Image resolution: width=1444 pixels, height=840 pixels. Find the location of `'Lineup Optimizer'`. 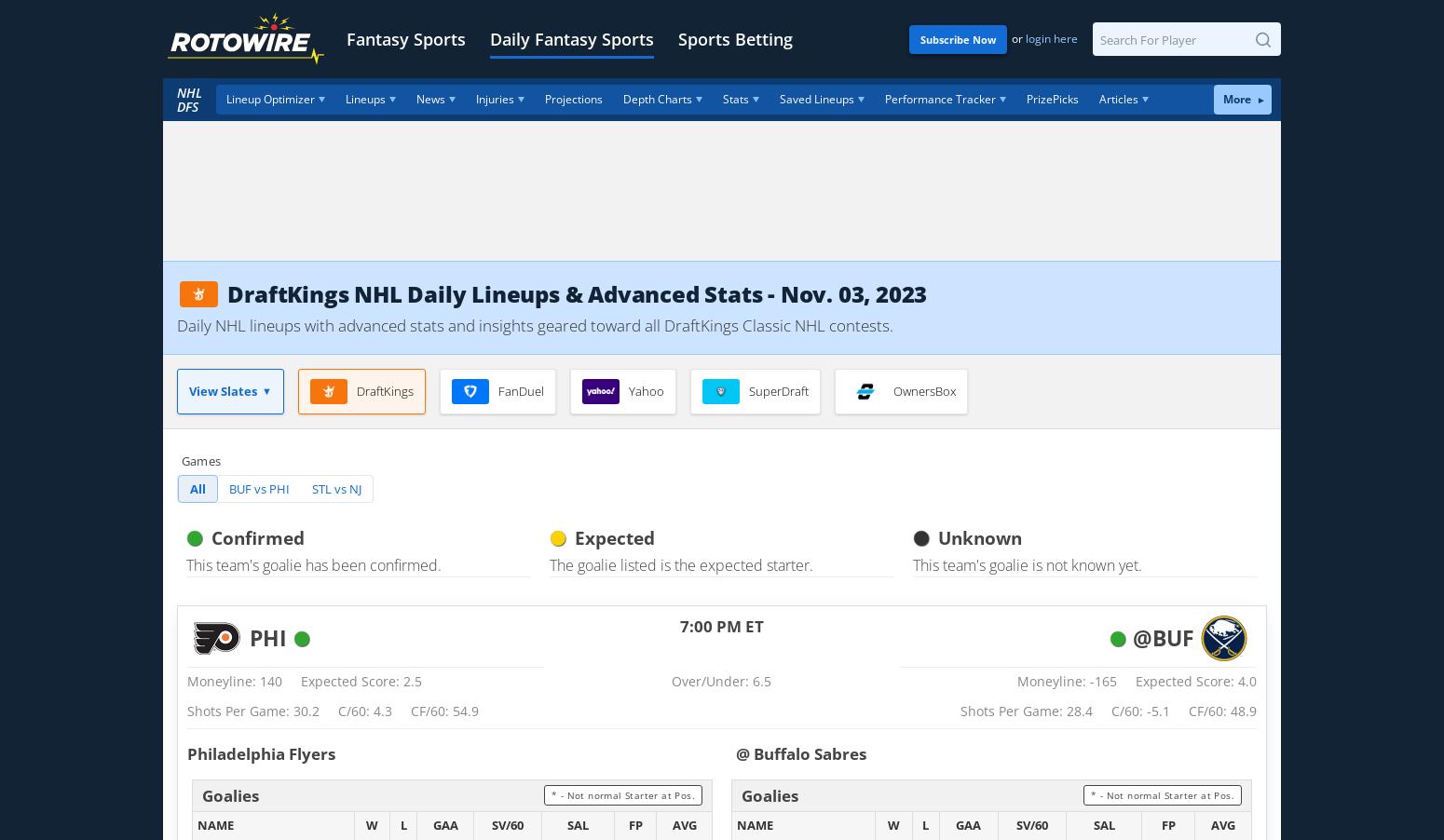

'Lineup Optimizer' is located at coordinates (270, 99).